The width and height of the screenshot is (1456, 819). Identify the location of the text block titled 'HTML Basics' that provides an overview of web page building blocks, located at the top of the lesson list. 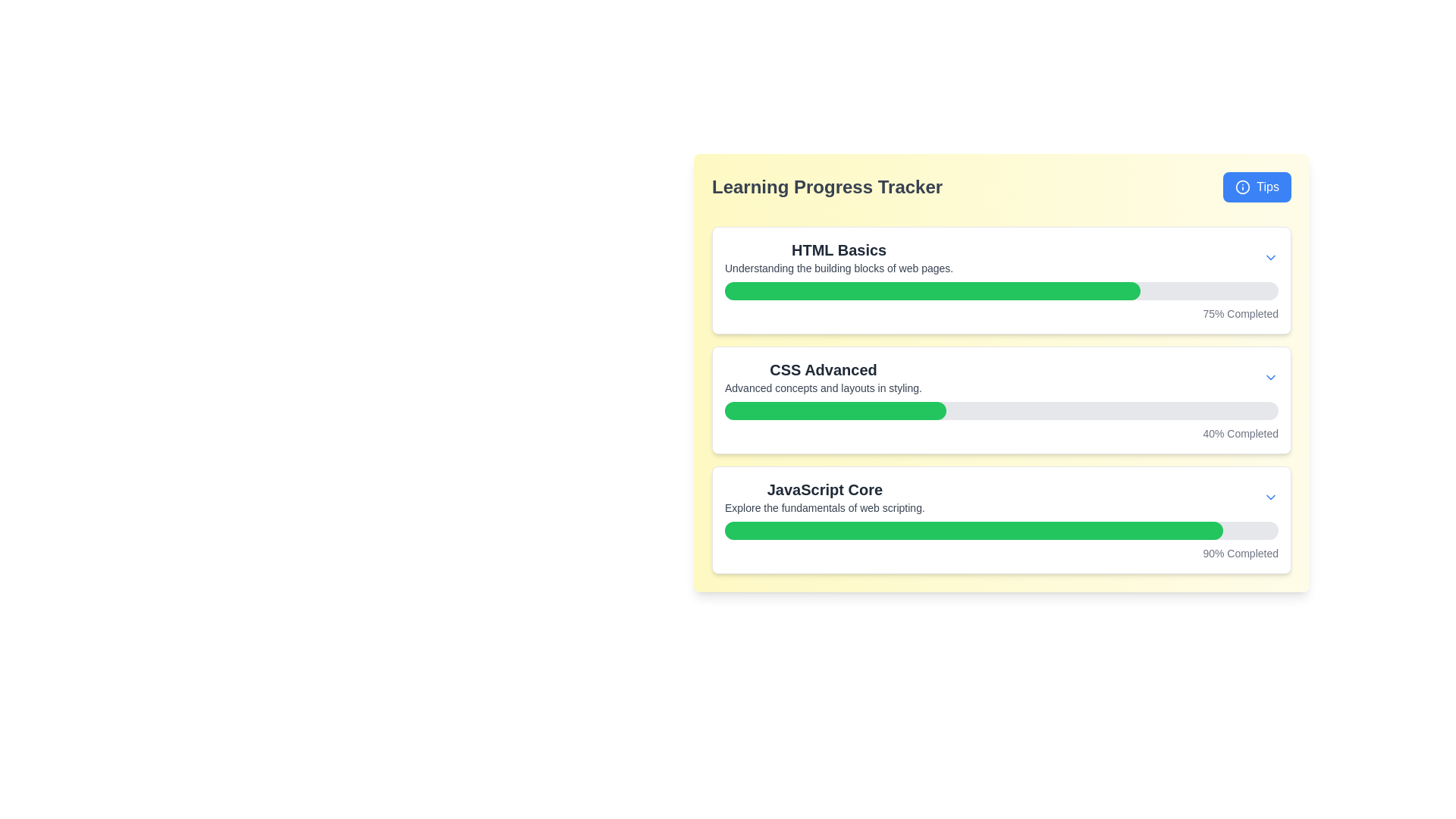
(838, 256).